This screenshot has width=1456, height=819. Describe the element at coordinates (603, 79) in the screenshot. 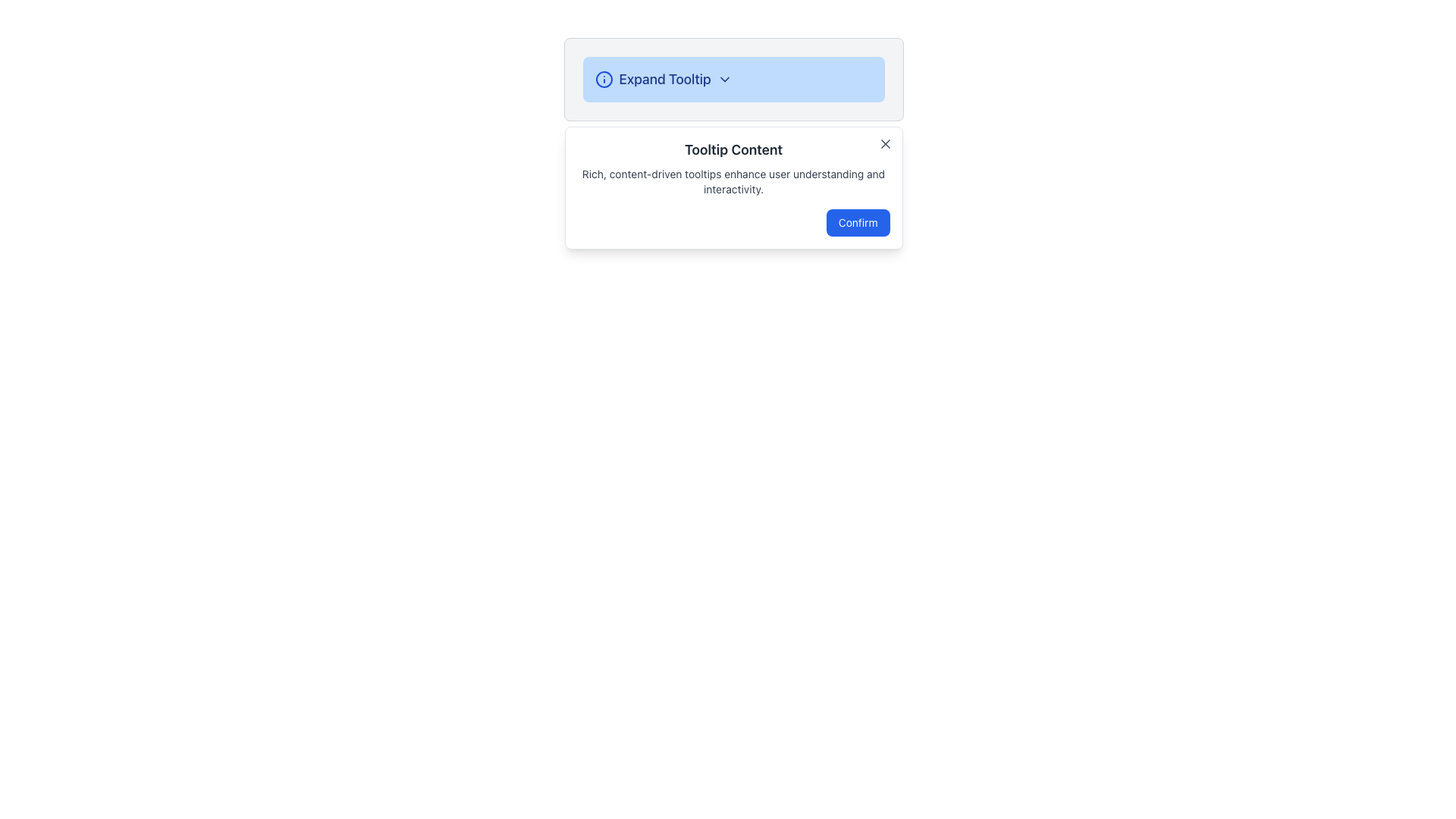

I see `the graphical element, which is a circle within an SVG icon located to the left of the 'Expand Tooltip' text in a header or tab-like UI section` at that location.